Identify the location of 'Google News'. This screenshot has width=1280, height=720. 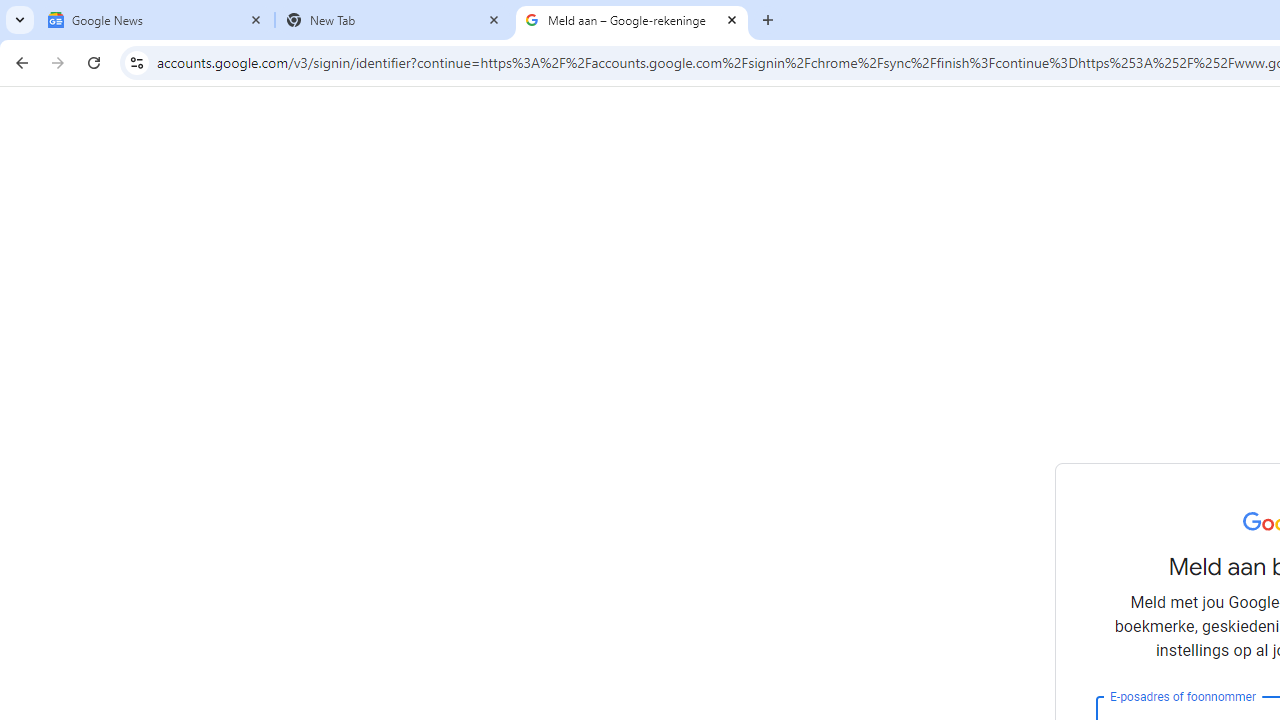
(155, 20).